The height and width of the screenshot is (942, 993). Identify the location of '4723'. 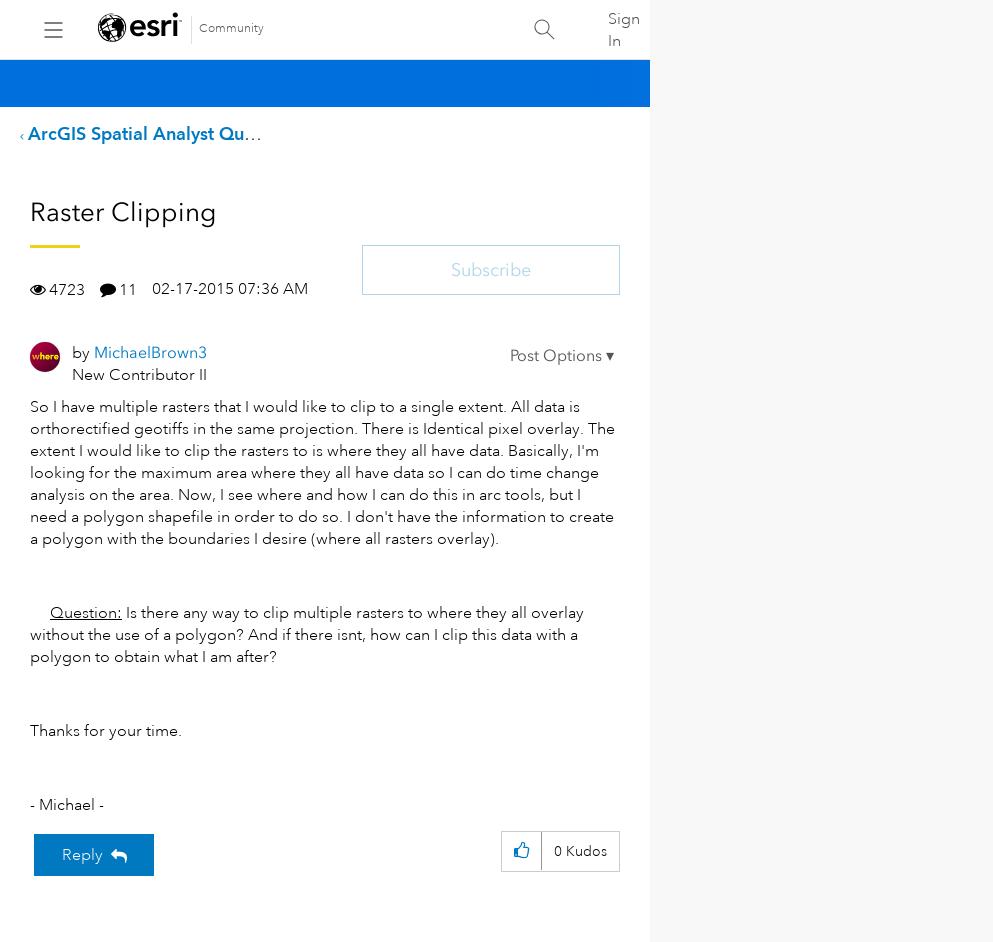
(67, 289).